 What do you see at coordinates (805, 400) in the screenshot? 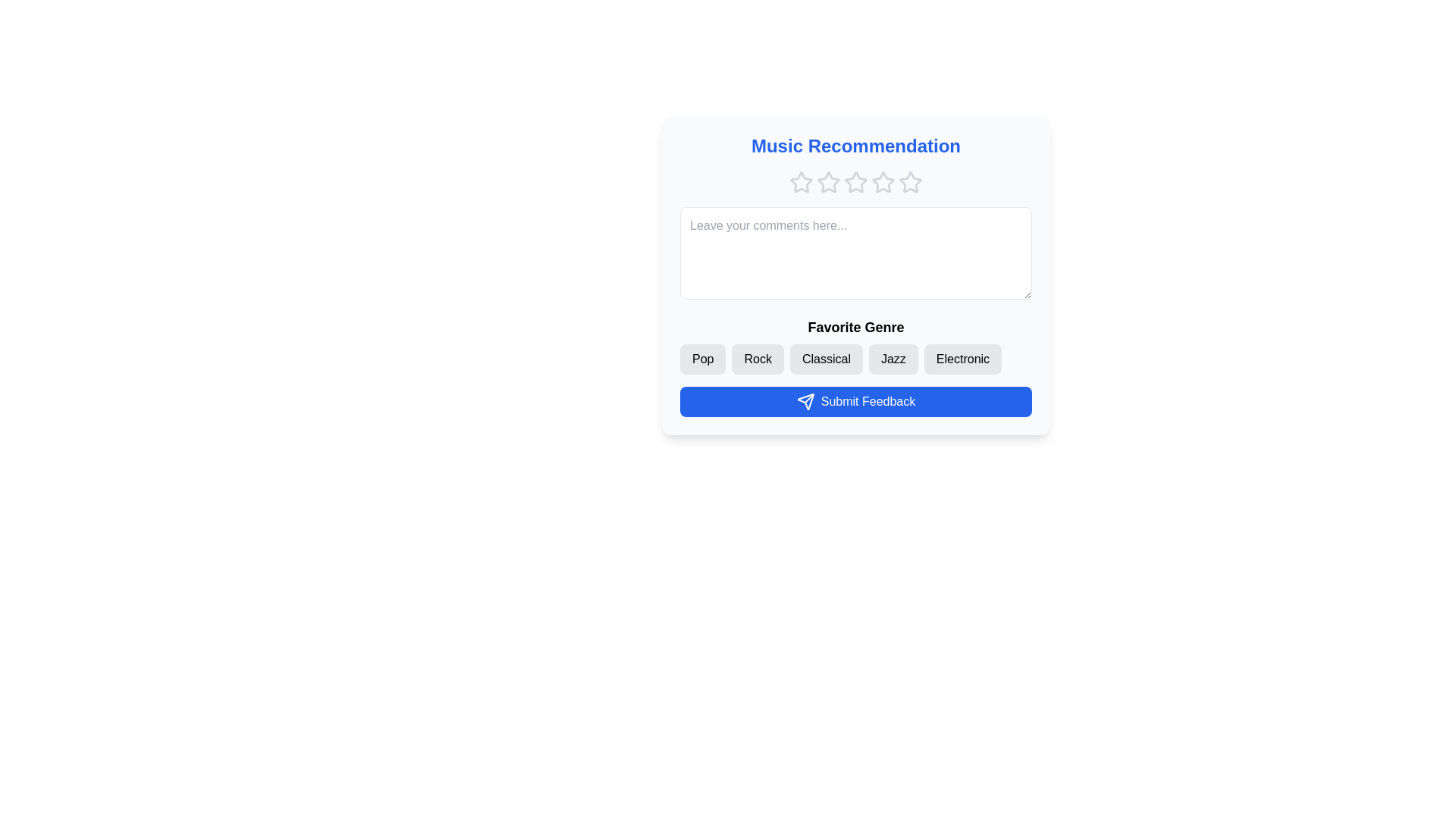
I see `the 'Submit Feedback' icon located to the left of the text on the button, which symbolizes the action of submission or sending feedback` at bounding box center [805, 400].